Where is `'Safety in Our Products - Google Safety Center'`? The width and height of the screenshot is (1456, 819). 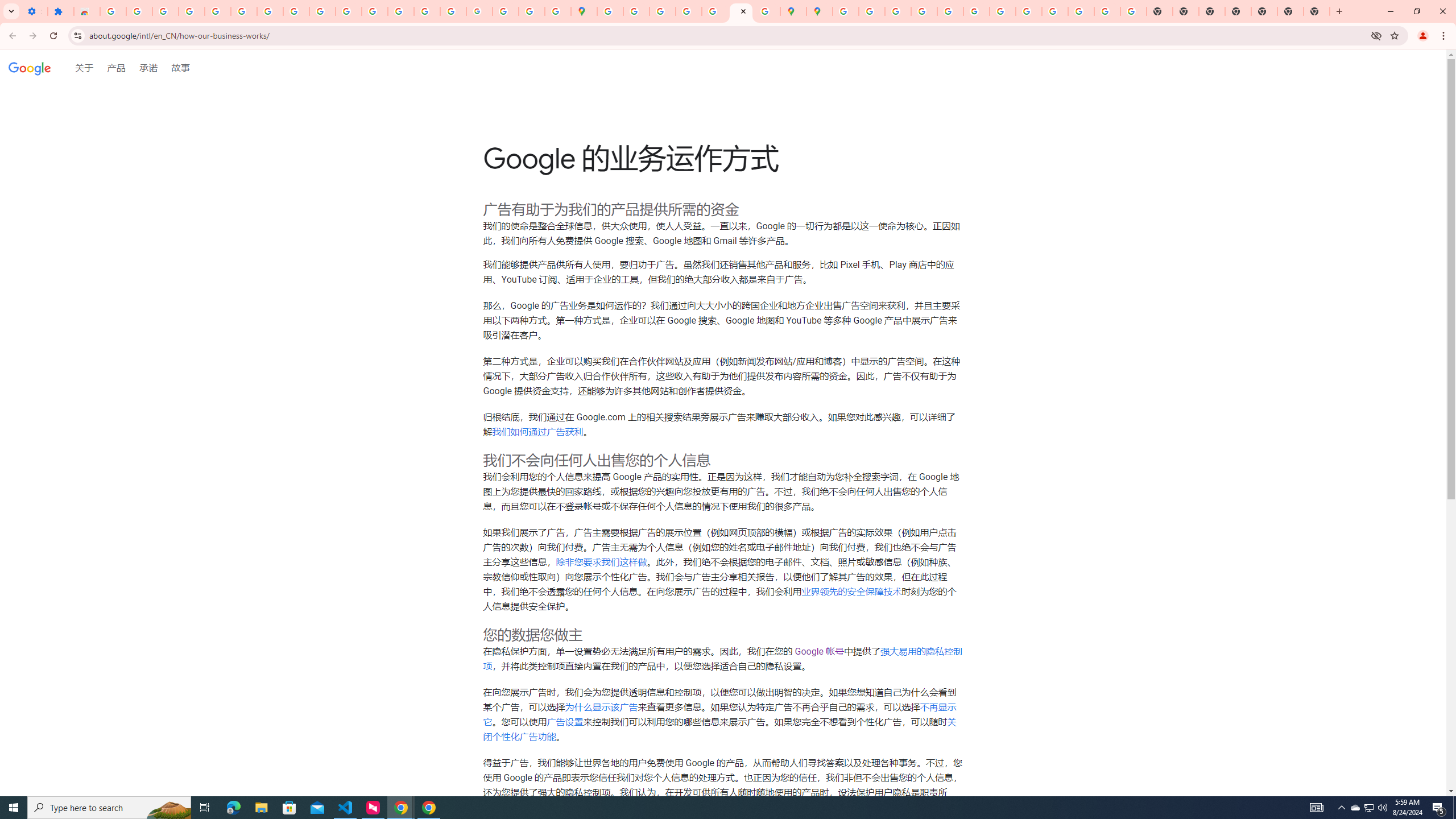 'Safety in Our Products - Google Safety Center' is located at coordinates (766, 11).